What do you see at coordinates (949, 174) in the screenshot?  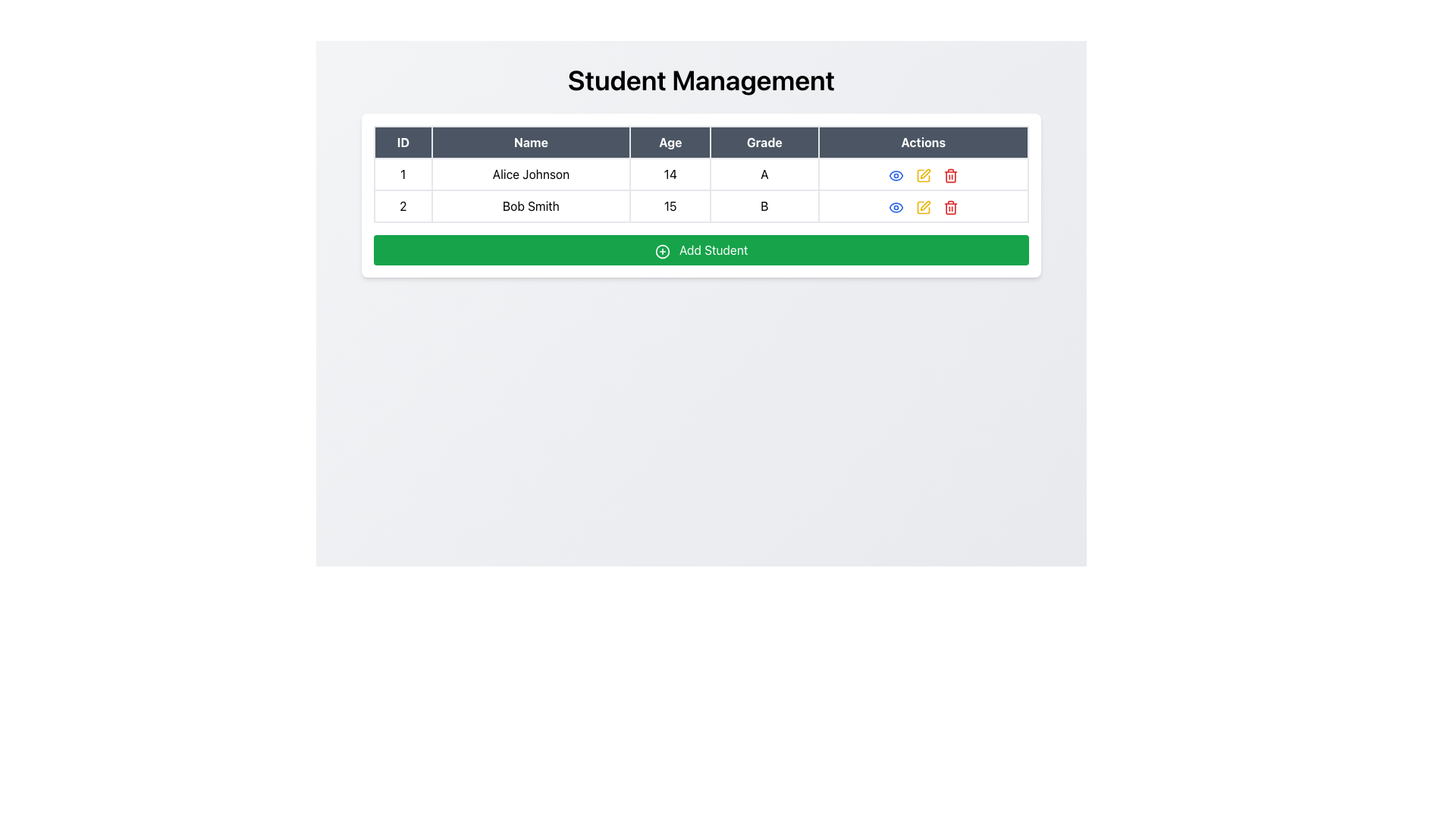 I see `the red trash bin icon in the Actions column of the first row of the table` at bounding box center [949, 174].